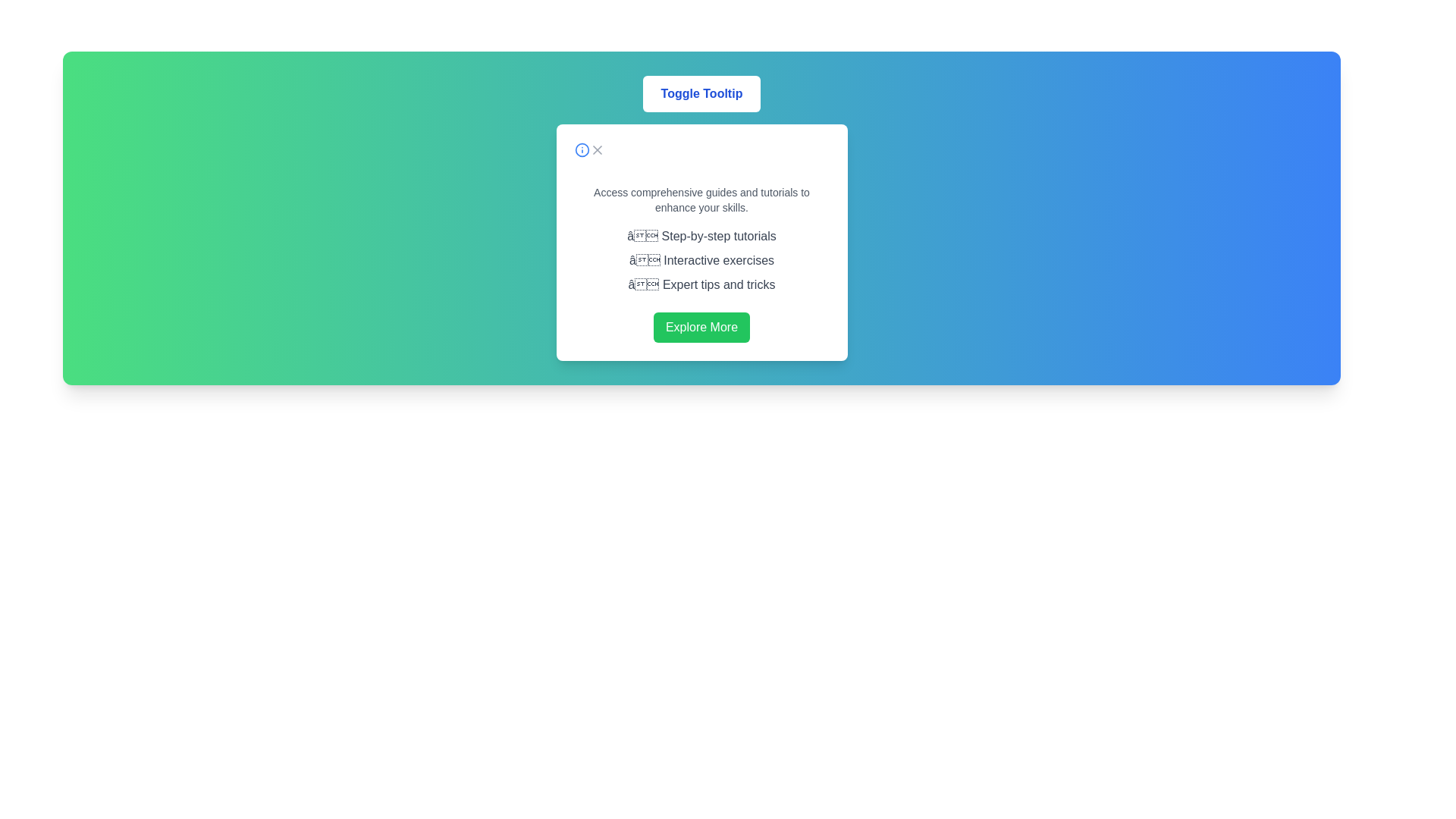  Describe the element at coordinates (701, 327) in the screenshot. I see `the navigation button located at the bottom-center of the white card containing learning resources` at that location.